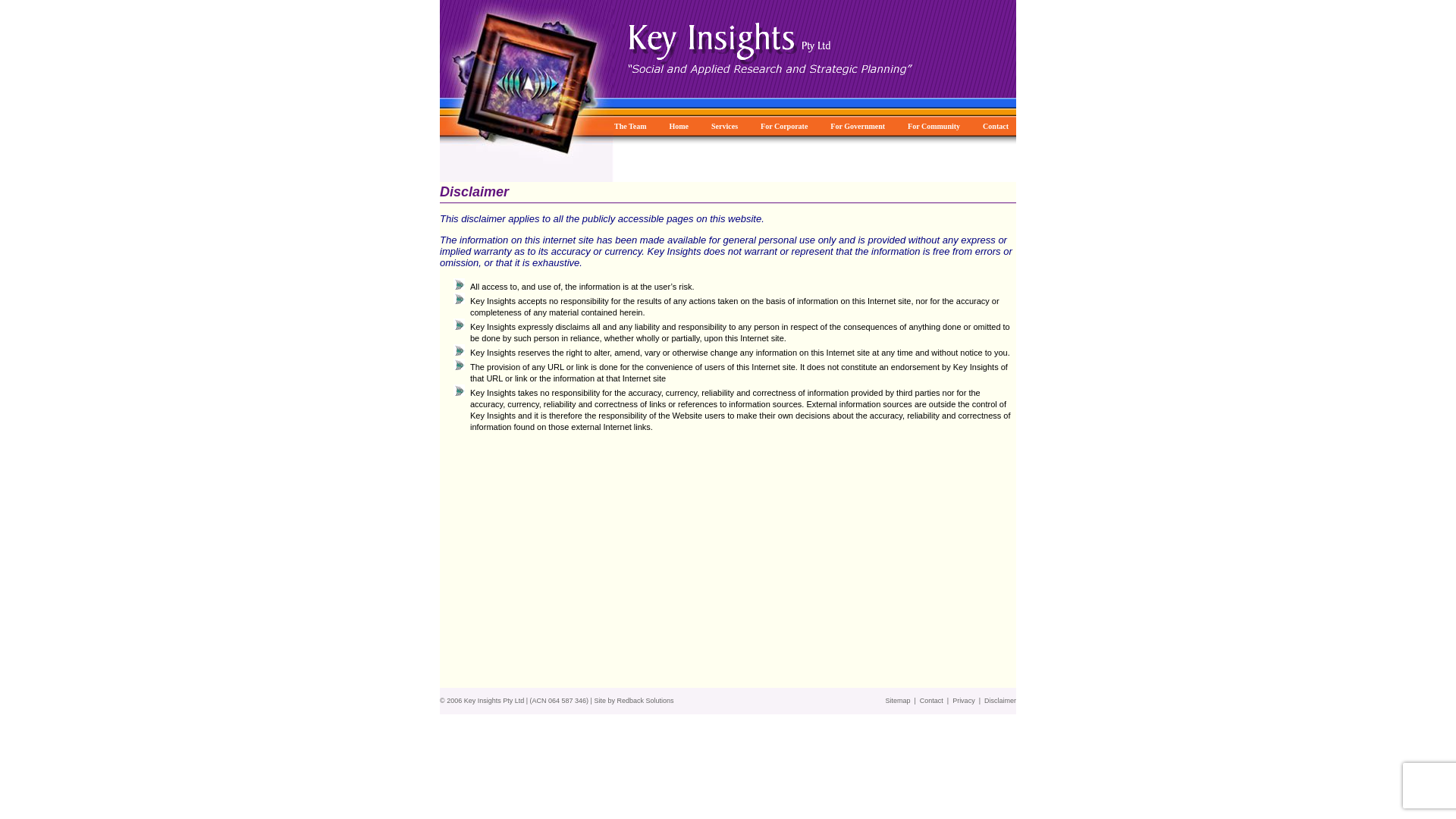 Image resolution: width=1456 pixels, height=819 pixels. What do you see at coordinates (668, 124) in the screenshot?
I see `'Home'` at bounding box center [668, 124].